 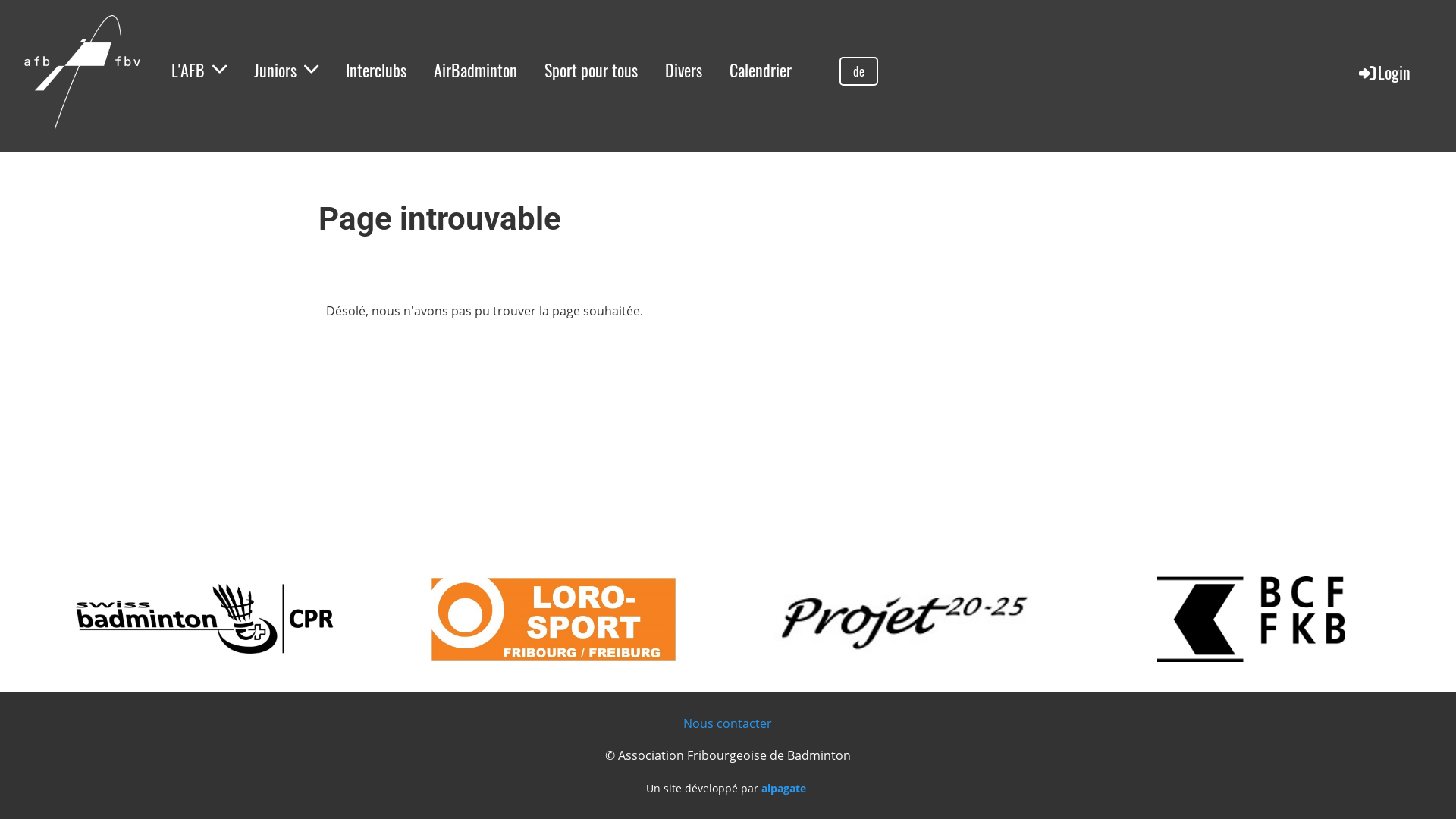 I want to click on 'Calendrier', so click(x=761, y=70).